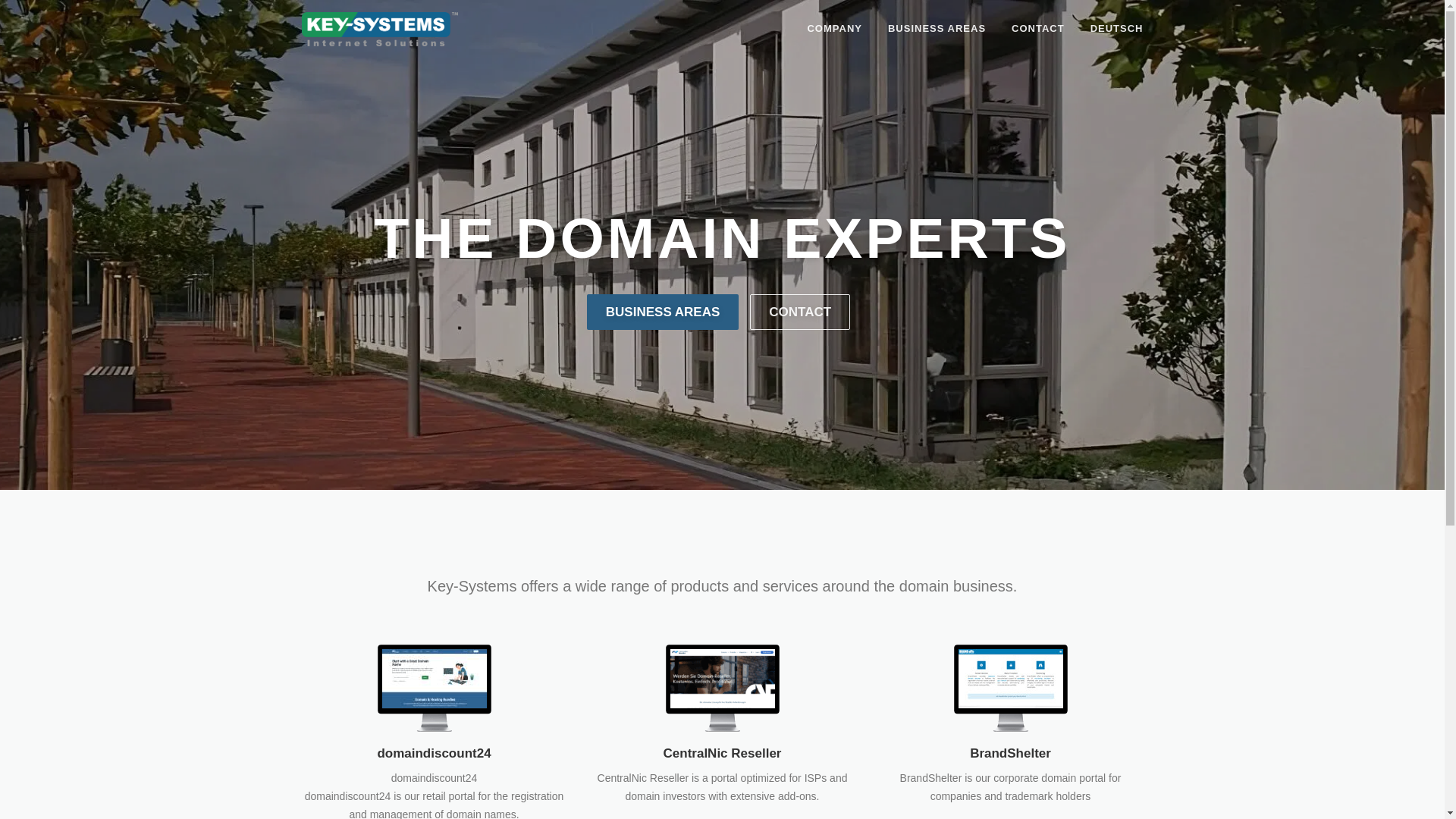 The height and width of the screenshot is (819, 1456). I want to click on 'BUSINESS AREAS', so click(936, 28).